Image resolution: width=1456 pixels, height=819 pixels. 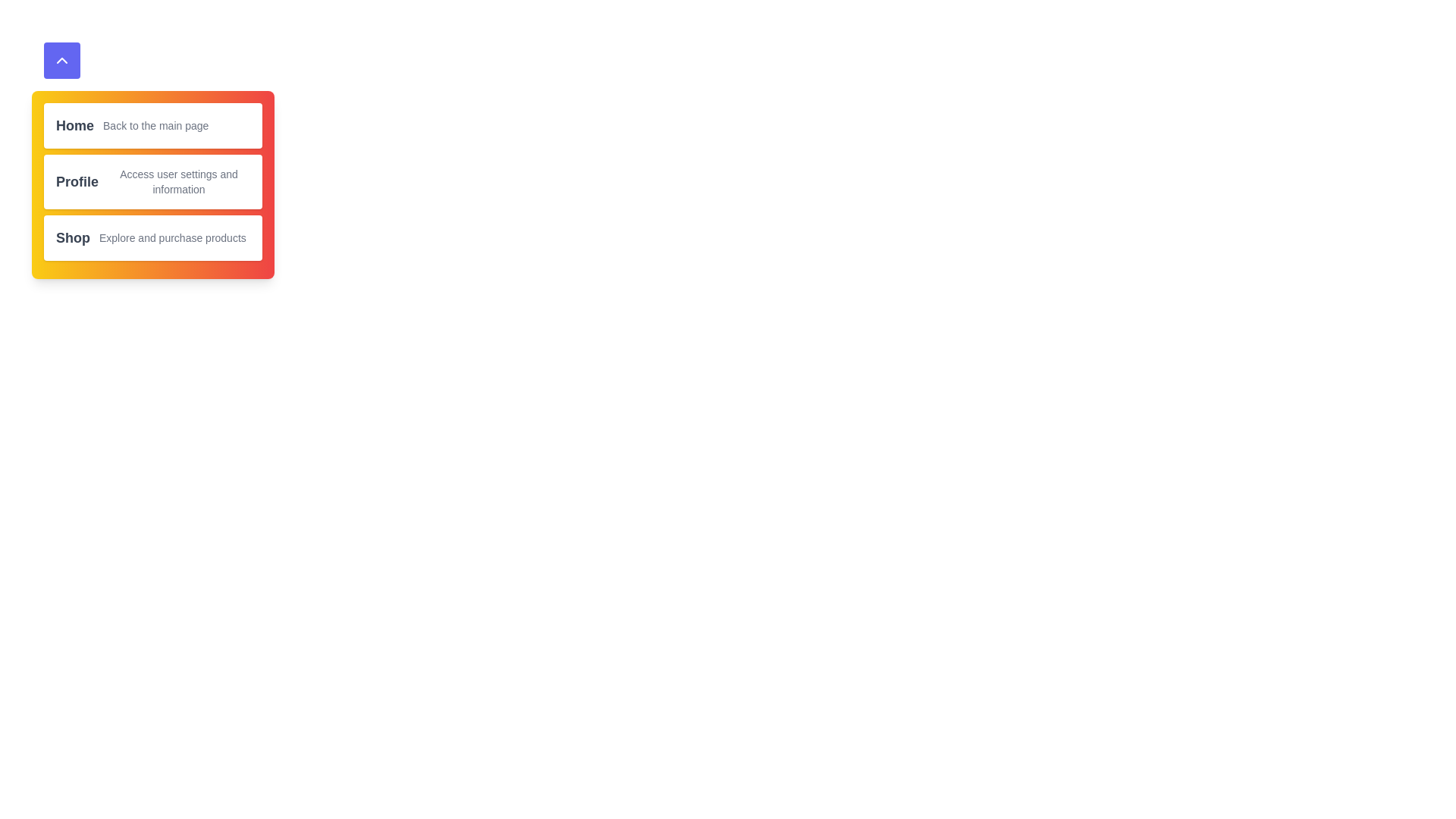 I want to click on the menu item labeled Shop, so click(x=72, y=237).